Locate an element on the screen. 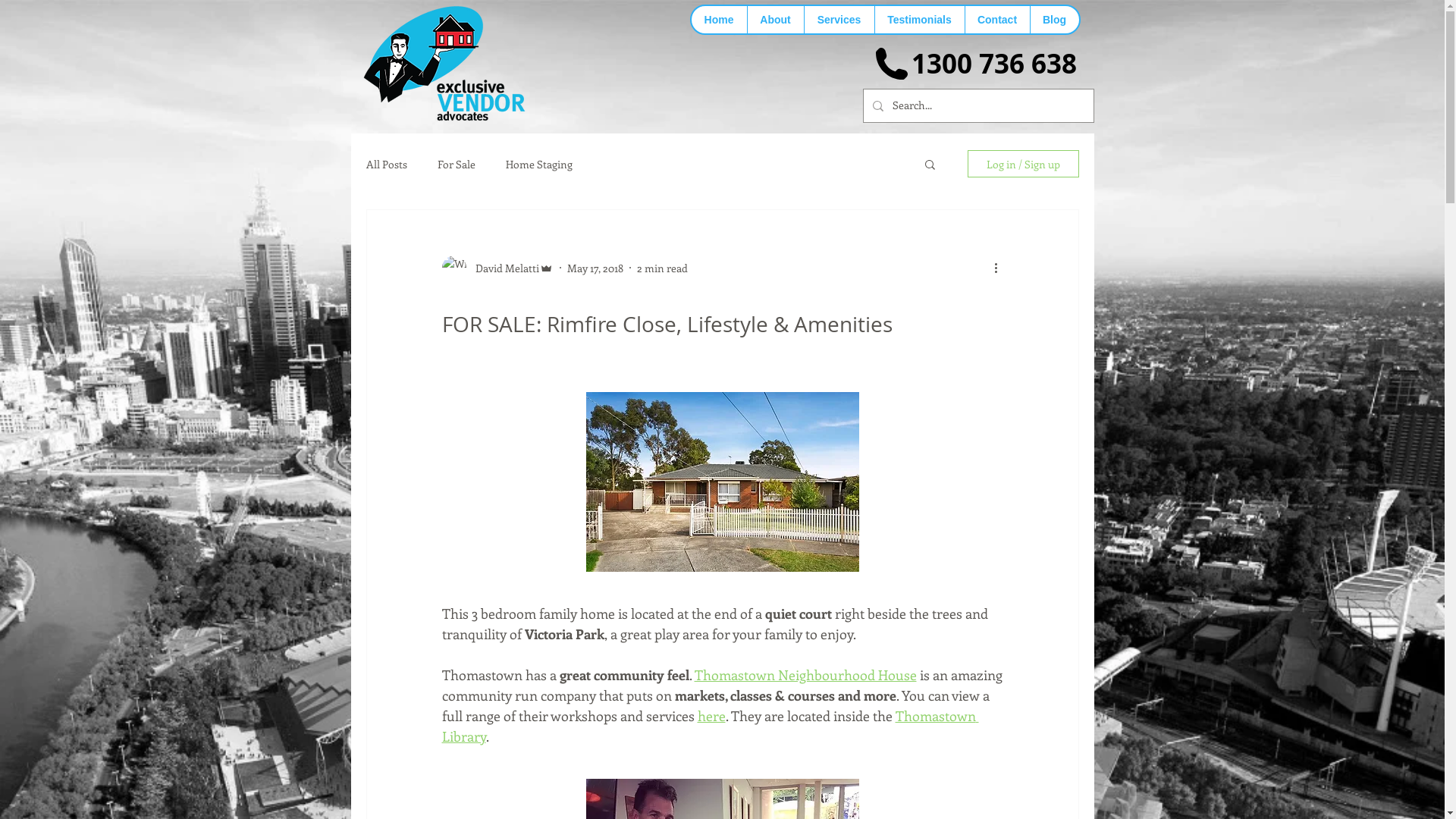  'Testimonials' is located at coordinates (918, 20).